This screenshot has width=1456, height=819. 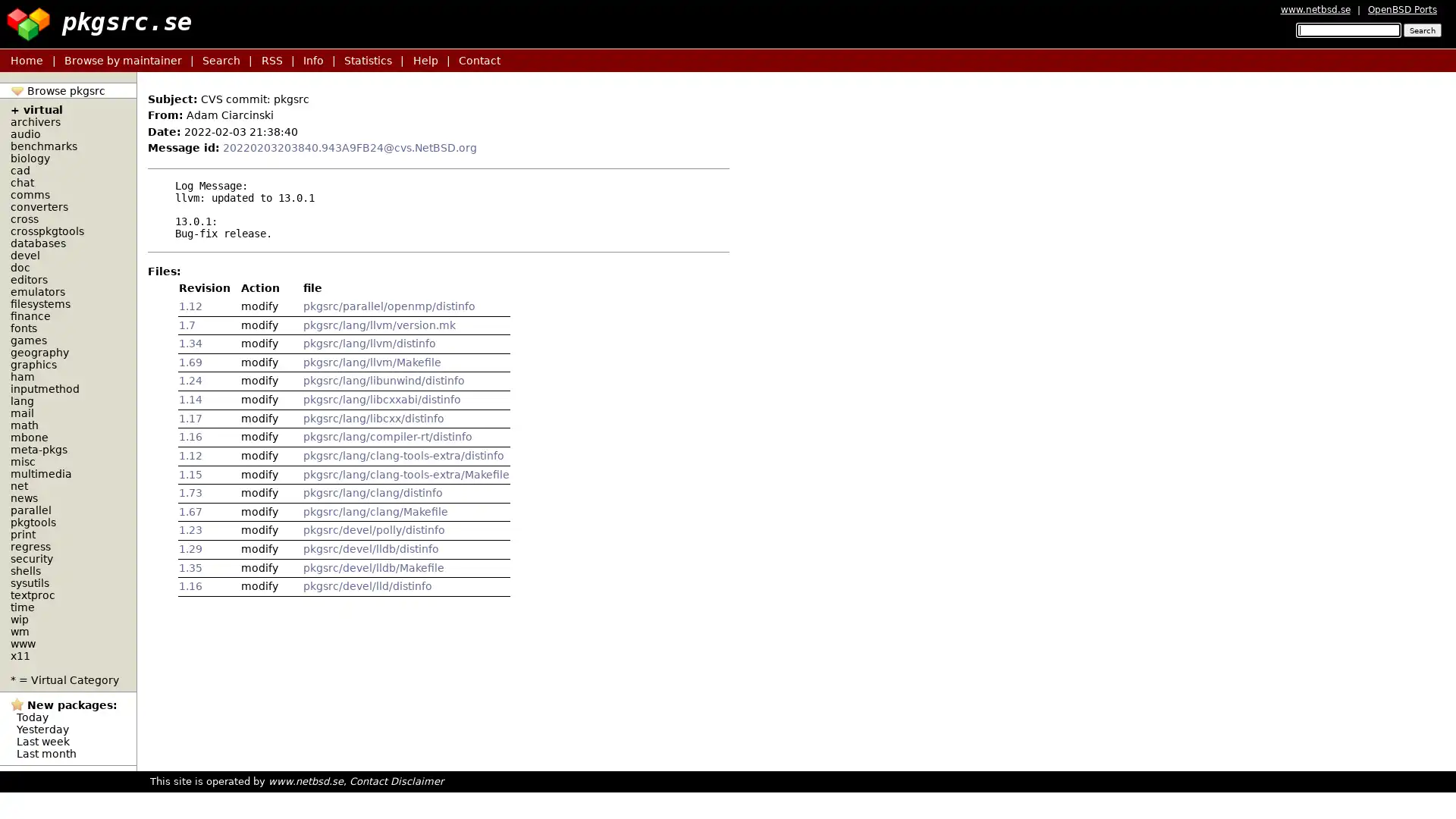 What do you see at coordinates (1421, 30) in the screenshot?
I see `Search` at bounding box center [1421, 30].